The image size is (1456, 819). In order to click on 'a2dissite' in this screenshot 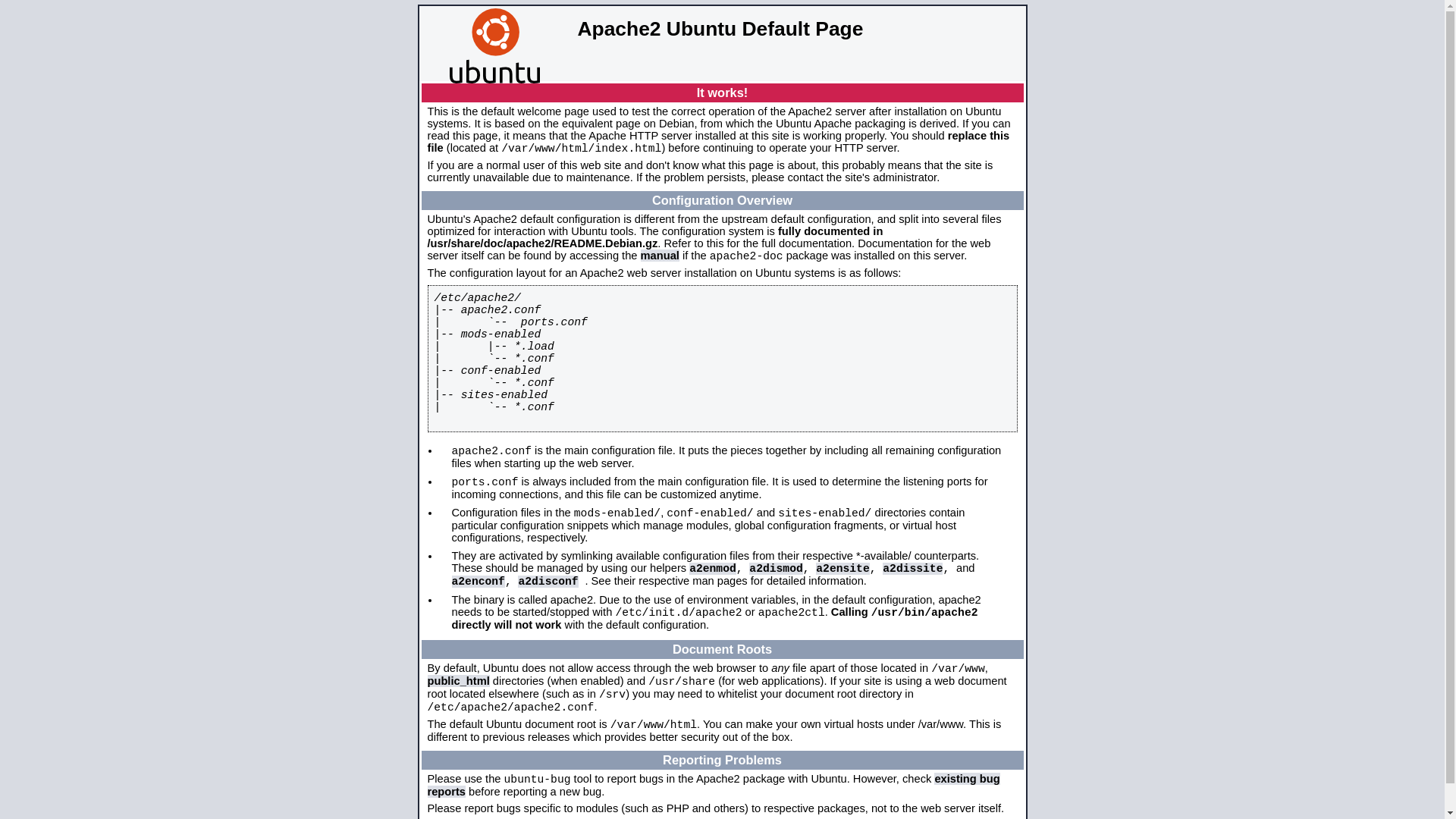, I will do `click(912, 568)`.